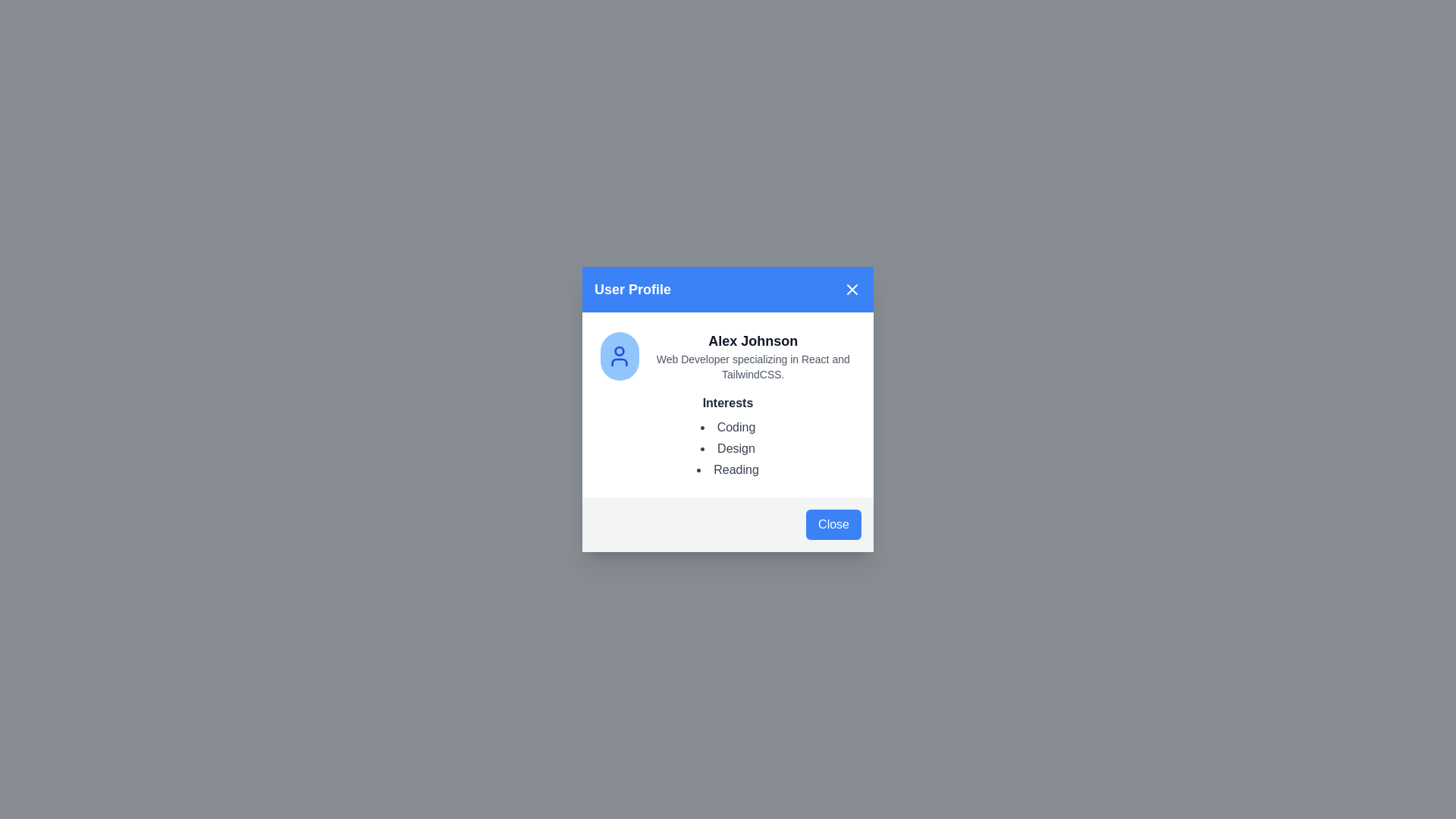 This screenshot has height=819, width=1456. I want to click on the lower part of the SVG icon representing a person in the user profile dialog box to associate the icon with the user's identity, so click(620, 362).